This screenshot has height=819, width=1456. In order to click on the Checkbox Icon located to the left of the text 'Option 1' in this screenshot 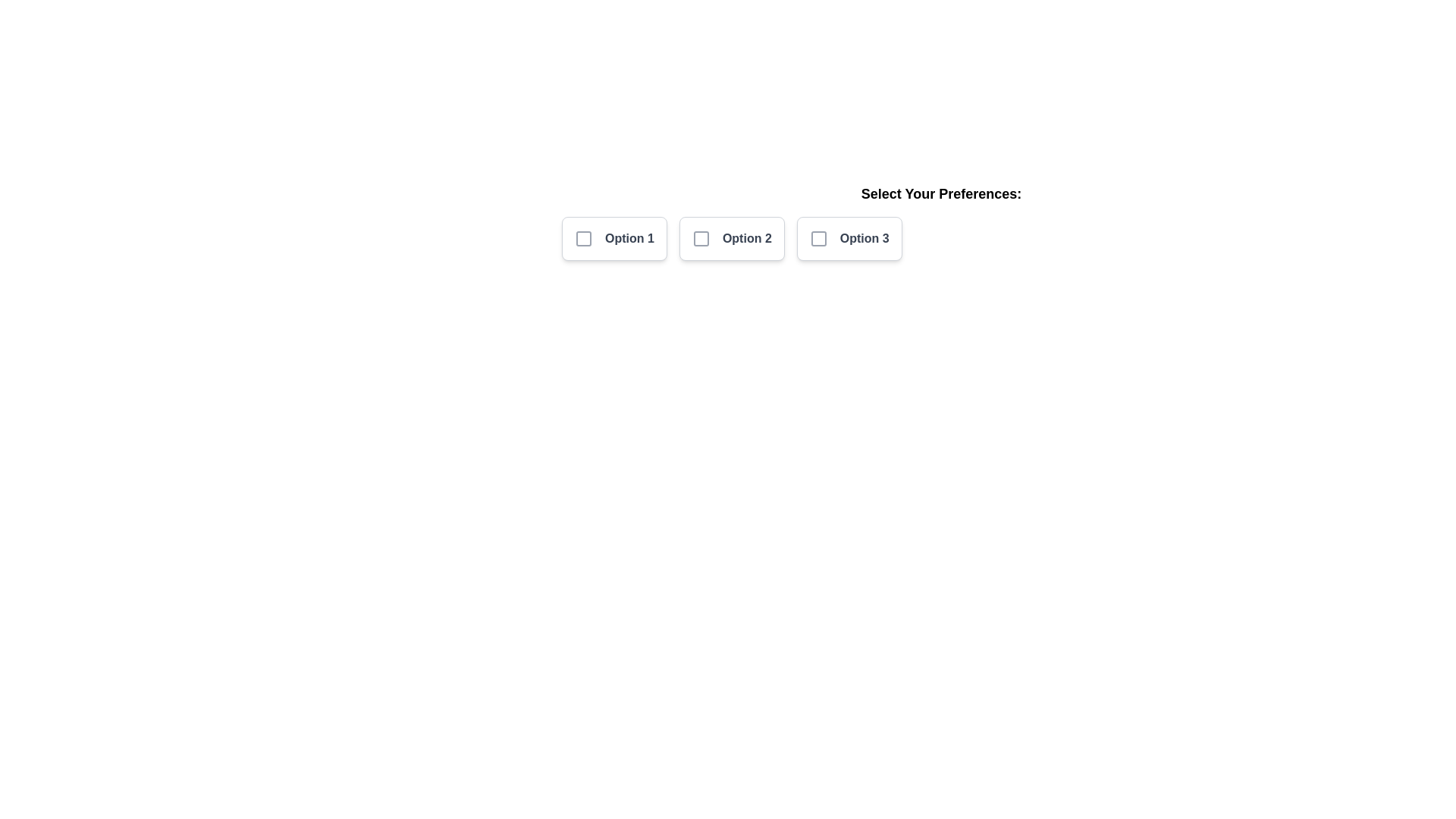, I will do `click(582, 239)`.